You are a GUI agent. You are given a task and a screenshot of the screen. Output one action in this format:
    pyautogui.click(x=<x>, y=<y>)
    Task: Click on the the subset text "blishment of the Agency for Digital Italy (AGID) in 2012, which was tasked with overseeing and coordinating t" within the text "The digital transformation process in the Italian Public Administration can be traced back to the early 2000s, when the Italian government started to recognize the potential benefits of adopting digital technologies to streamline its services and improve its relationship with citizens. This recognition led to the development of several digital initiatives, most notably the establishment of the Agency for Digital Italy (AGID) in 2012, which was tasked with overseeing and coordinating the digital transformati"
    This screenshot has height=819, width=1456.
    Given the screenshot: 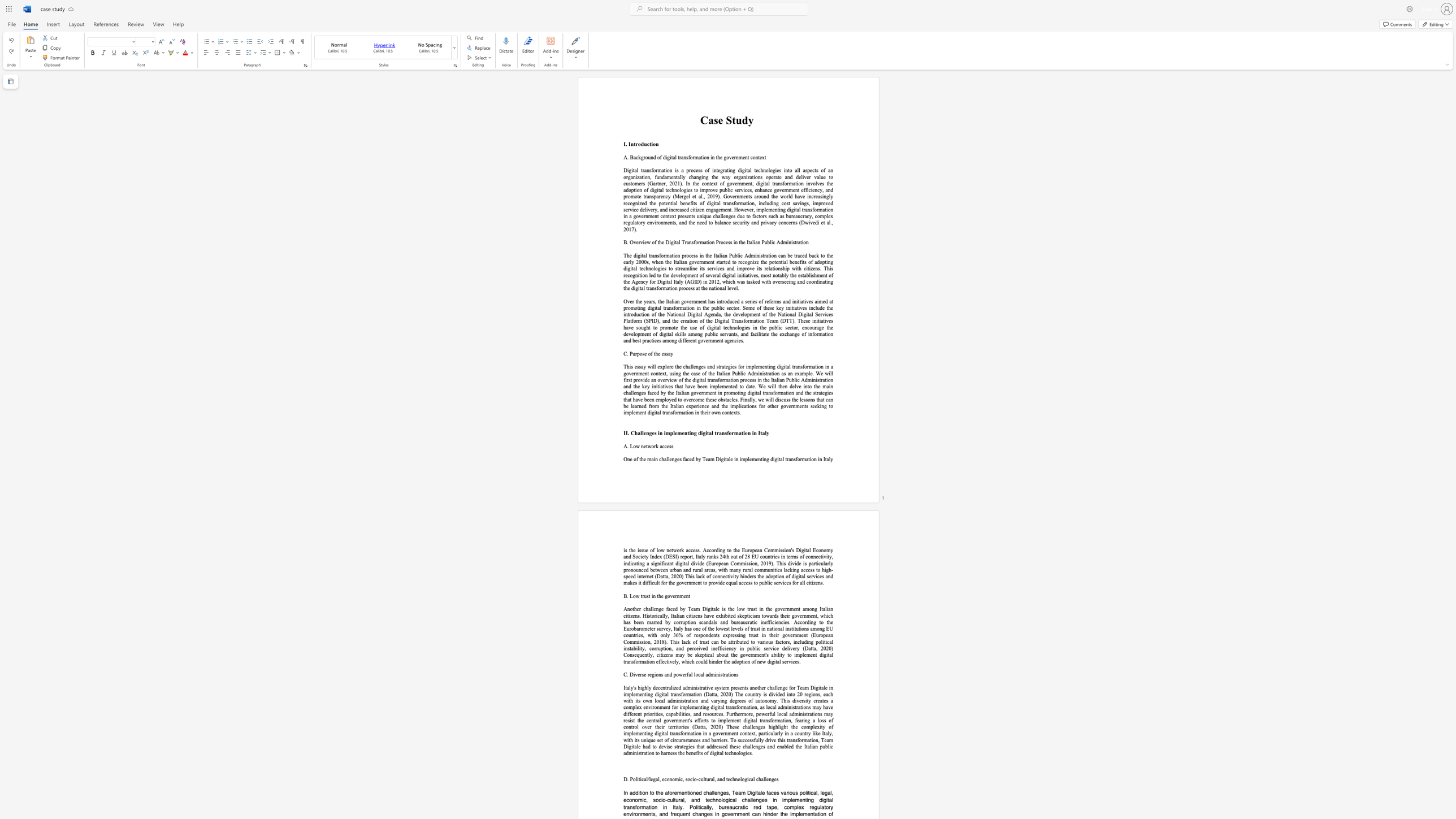 What is the action you would take?
    pyautogui.click(x=806, y=275)
    